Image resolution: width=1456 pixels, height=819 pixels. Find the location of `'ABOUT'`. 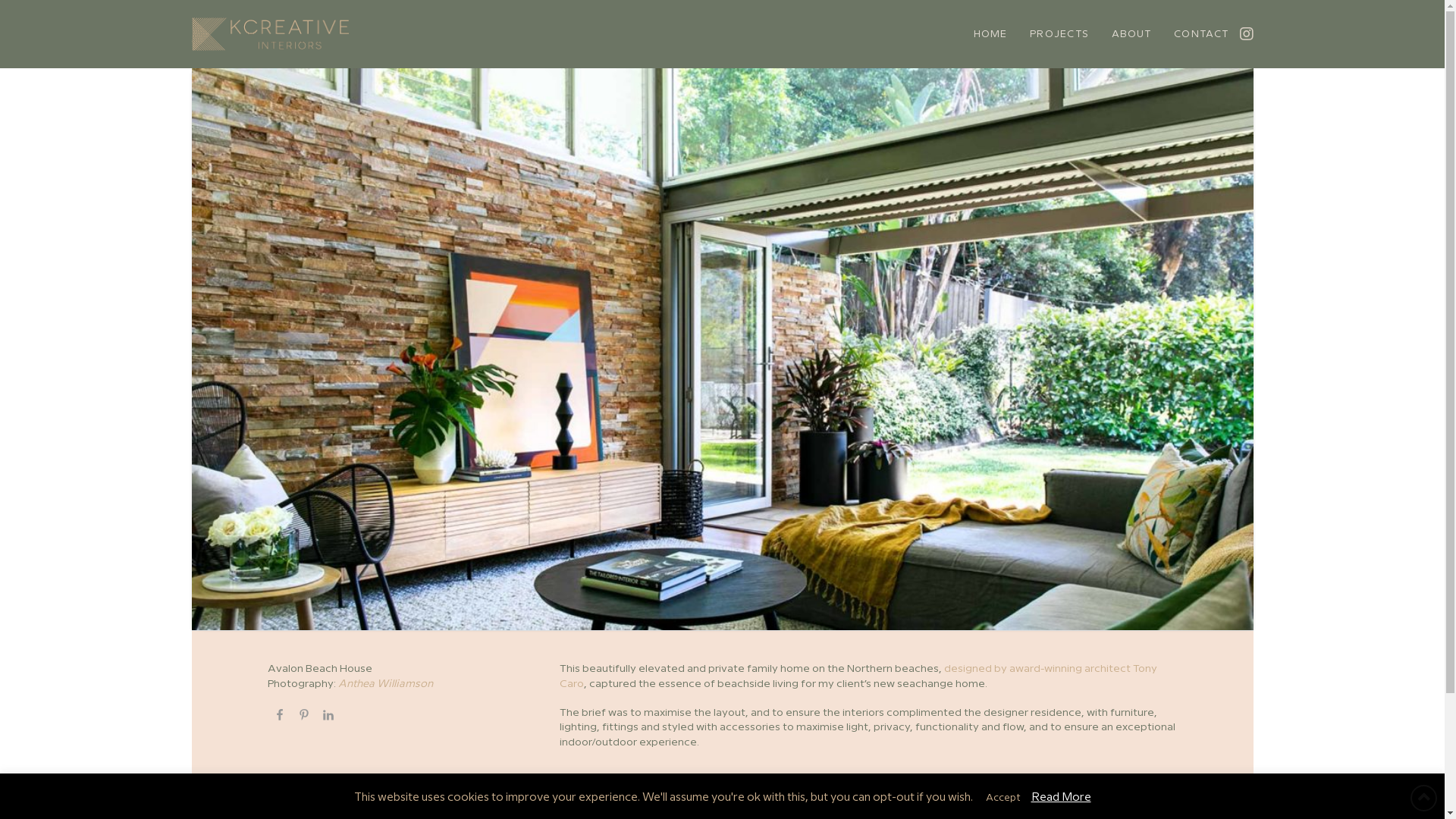

'ABOUT' is located at coordinates (1131, 34).